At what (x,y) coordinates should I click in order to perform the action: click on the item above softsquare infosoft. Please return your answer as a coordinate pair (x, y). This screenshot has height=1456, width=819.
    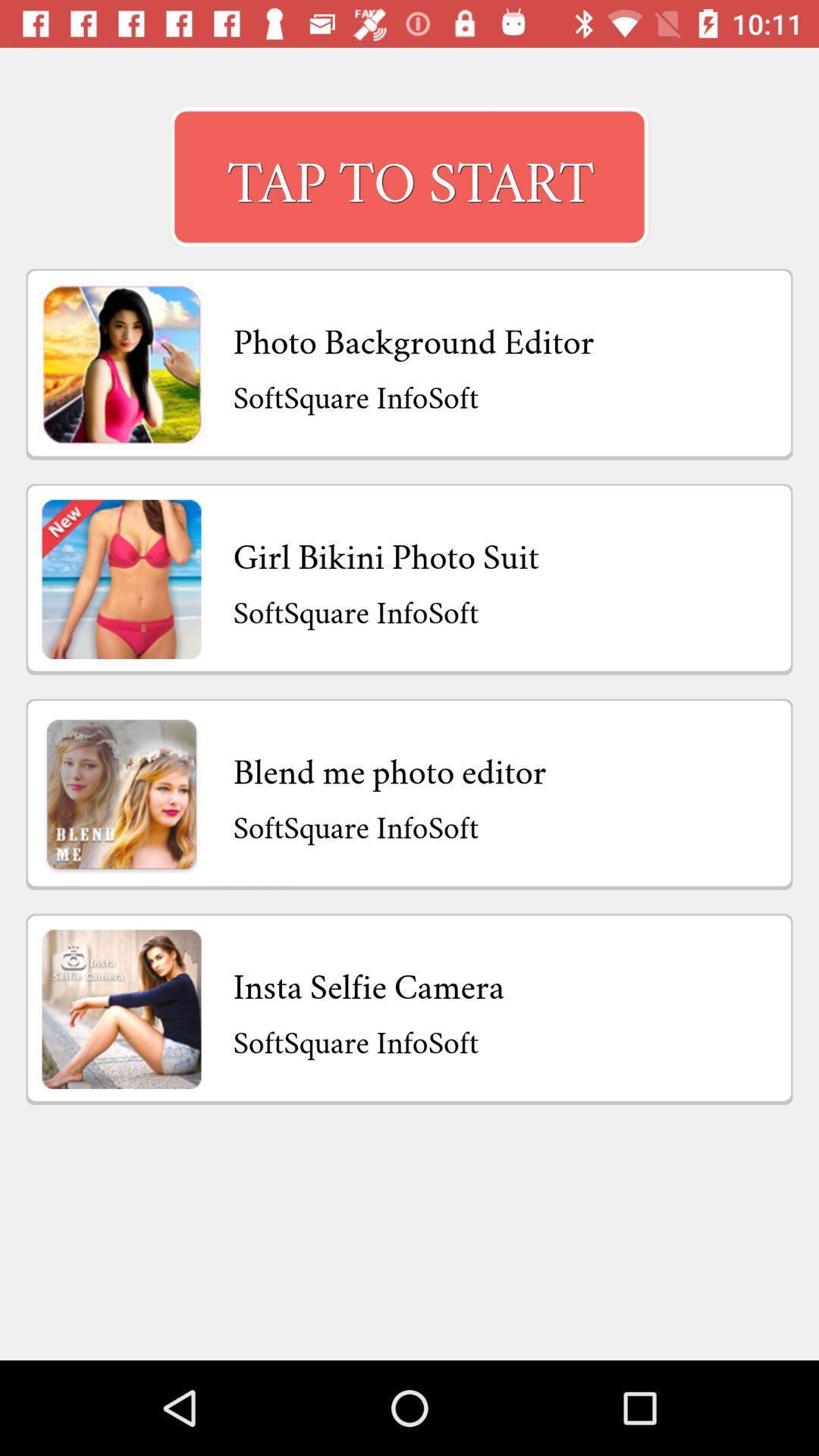
    Looking at the image, I should click on (385, 552).